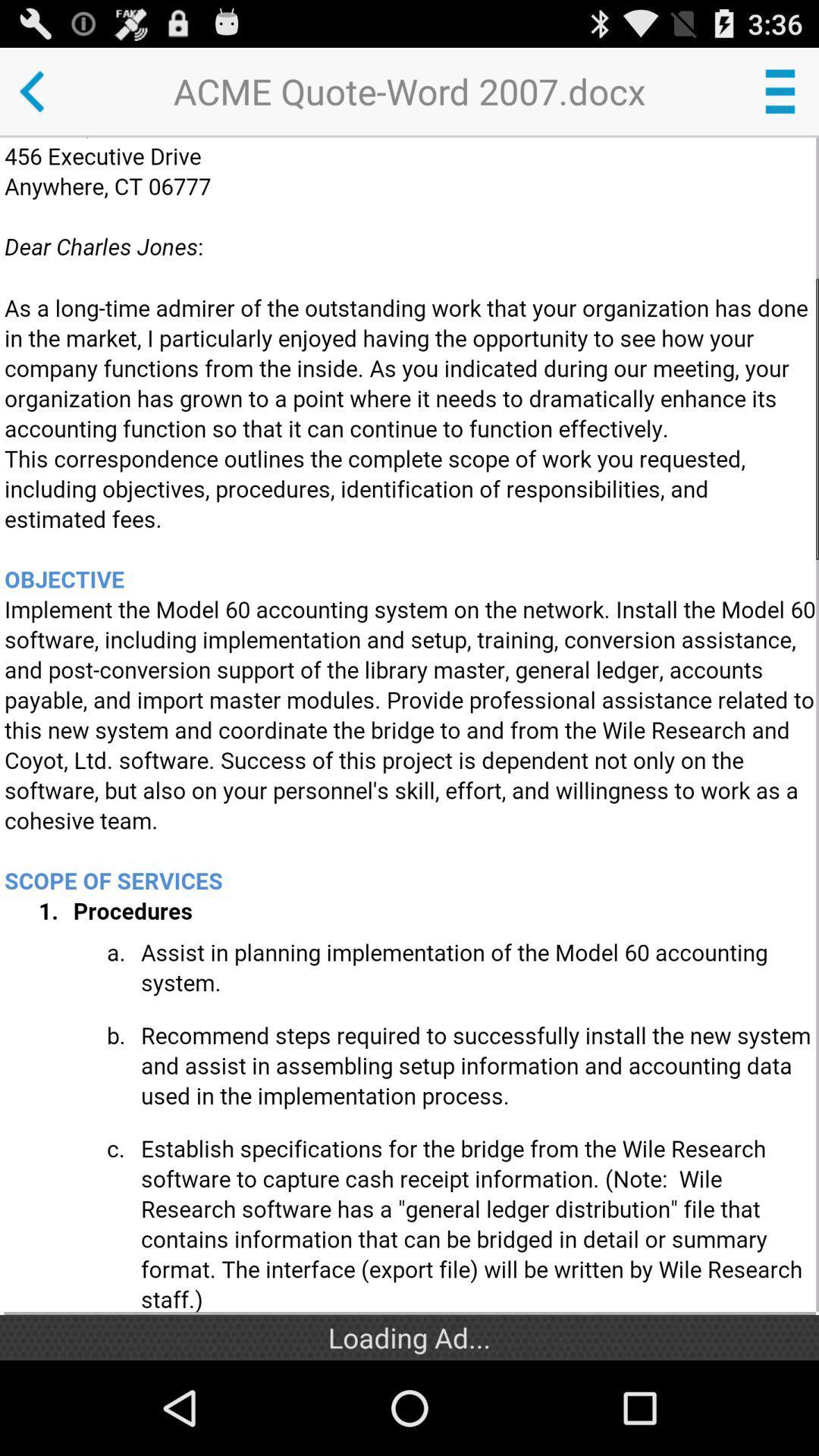 The width and height of the screenshot is (819, 1456). I want to click on setting, so click(780, 90).